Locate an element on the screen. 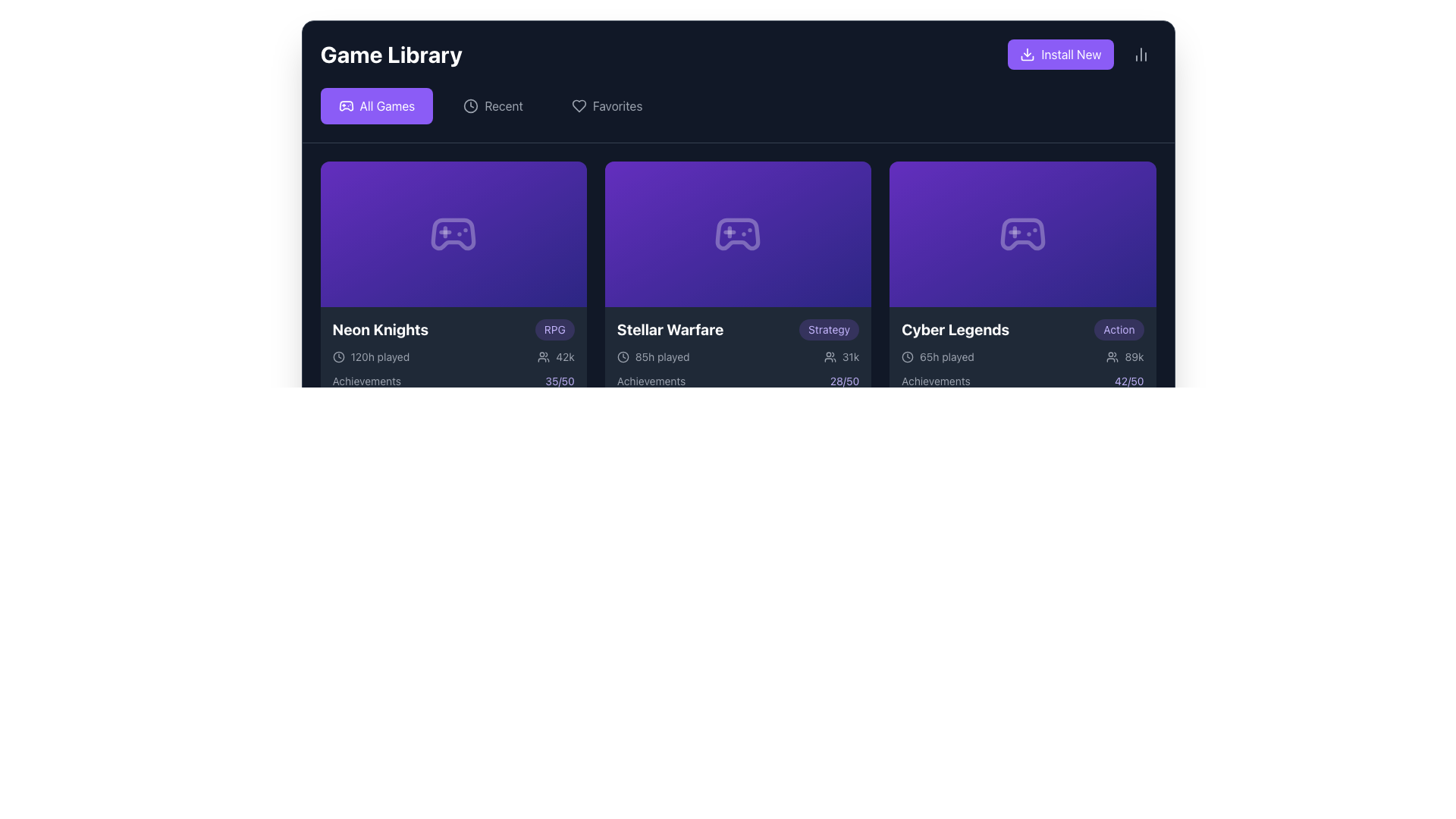 This screenshot has height=819, width=1456. the 'Time Played' icon in the 'Stellar Warfare' game card, located to the left of the text '85h played' is located at coordinates (623, 356).